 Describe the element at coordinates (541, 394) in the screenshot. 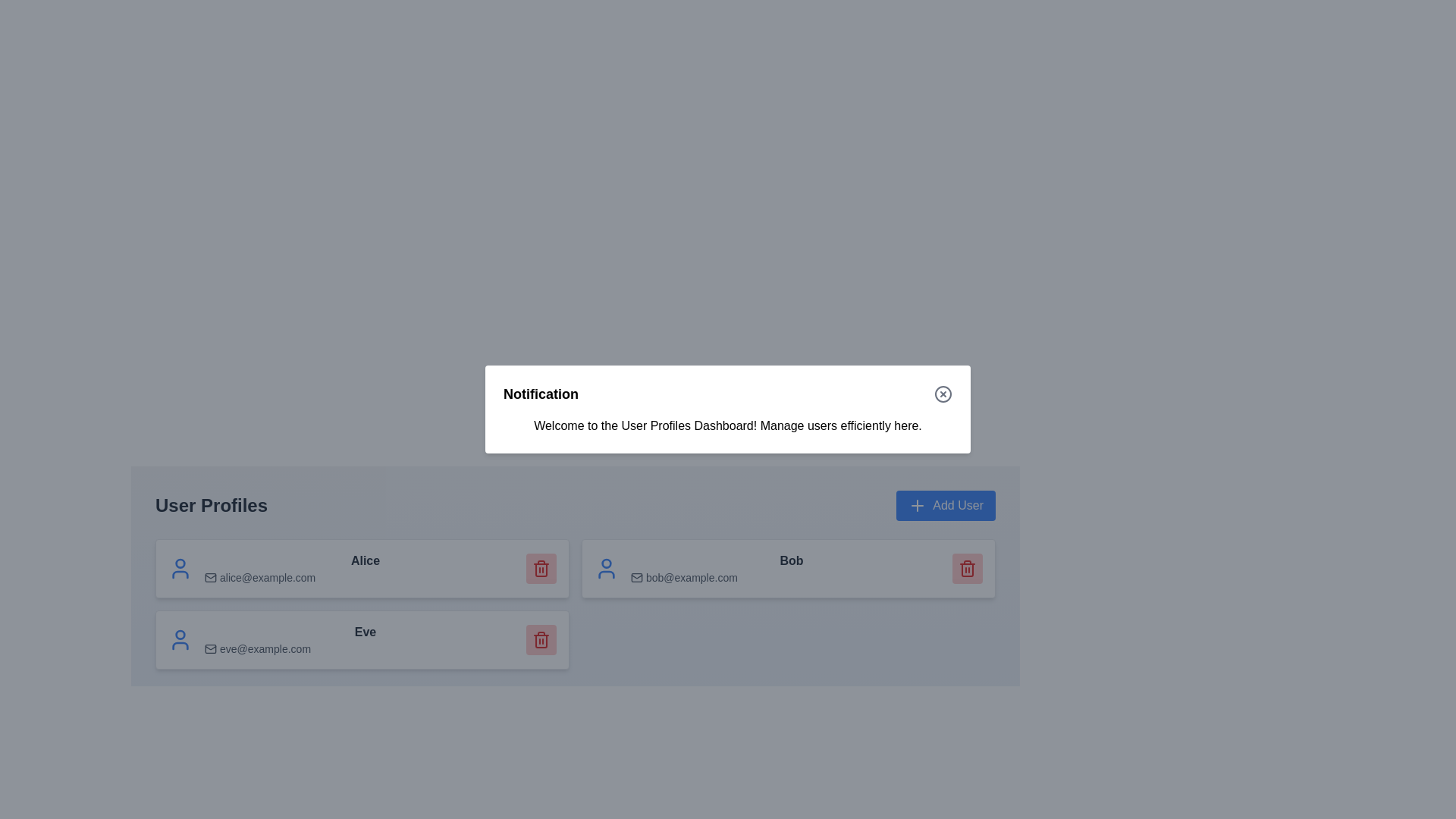

I see `the prominent 'Notification' text label located at the top-left corner of the white notification panel` at that location.